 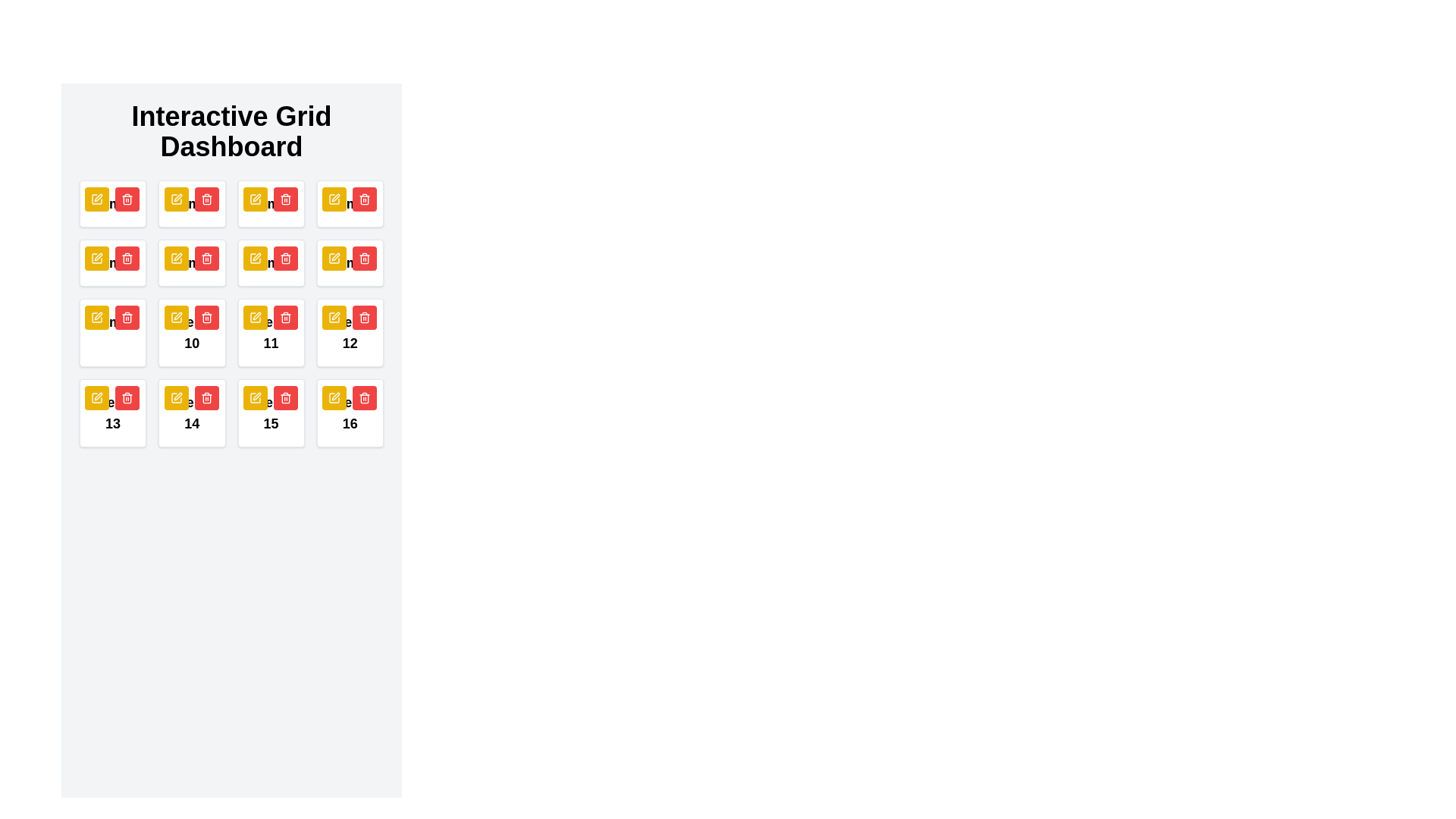 I want to click on the 'Edit' icon located within the yellow button, so click(x=176, y=317).